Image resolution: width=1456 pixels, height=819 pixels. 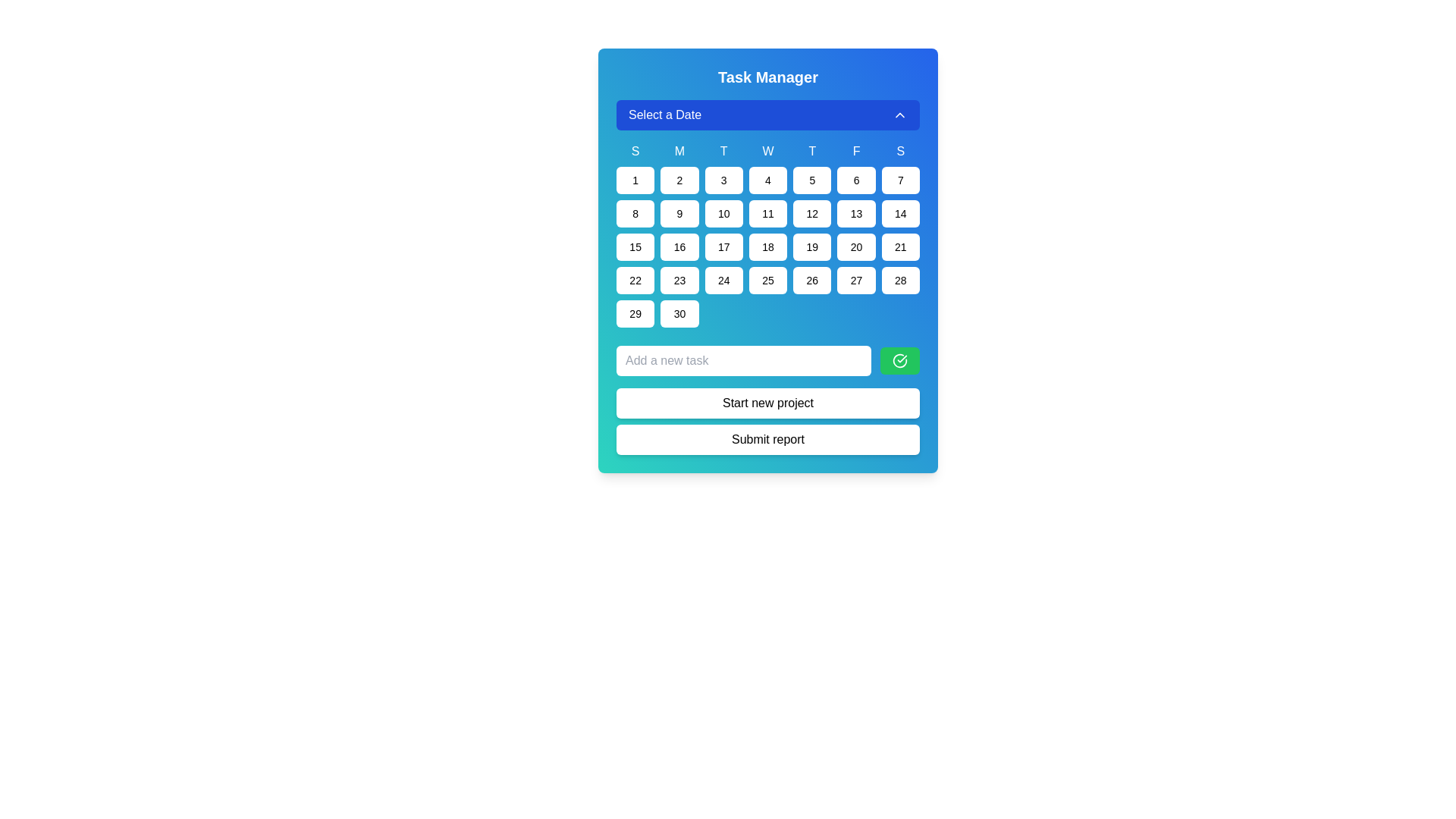 I want to click on the selectable day button representing the date '6' in the calendar interface, located in the second row, sixth column beneath the 'F' header, so click(x=856, y=180).